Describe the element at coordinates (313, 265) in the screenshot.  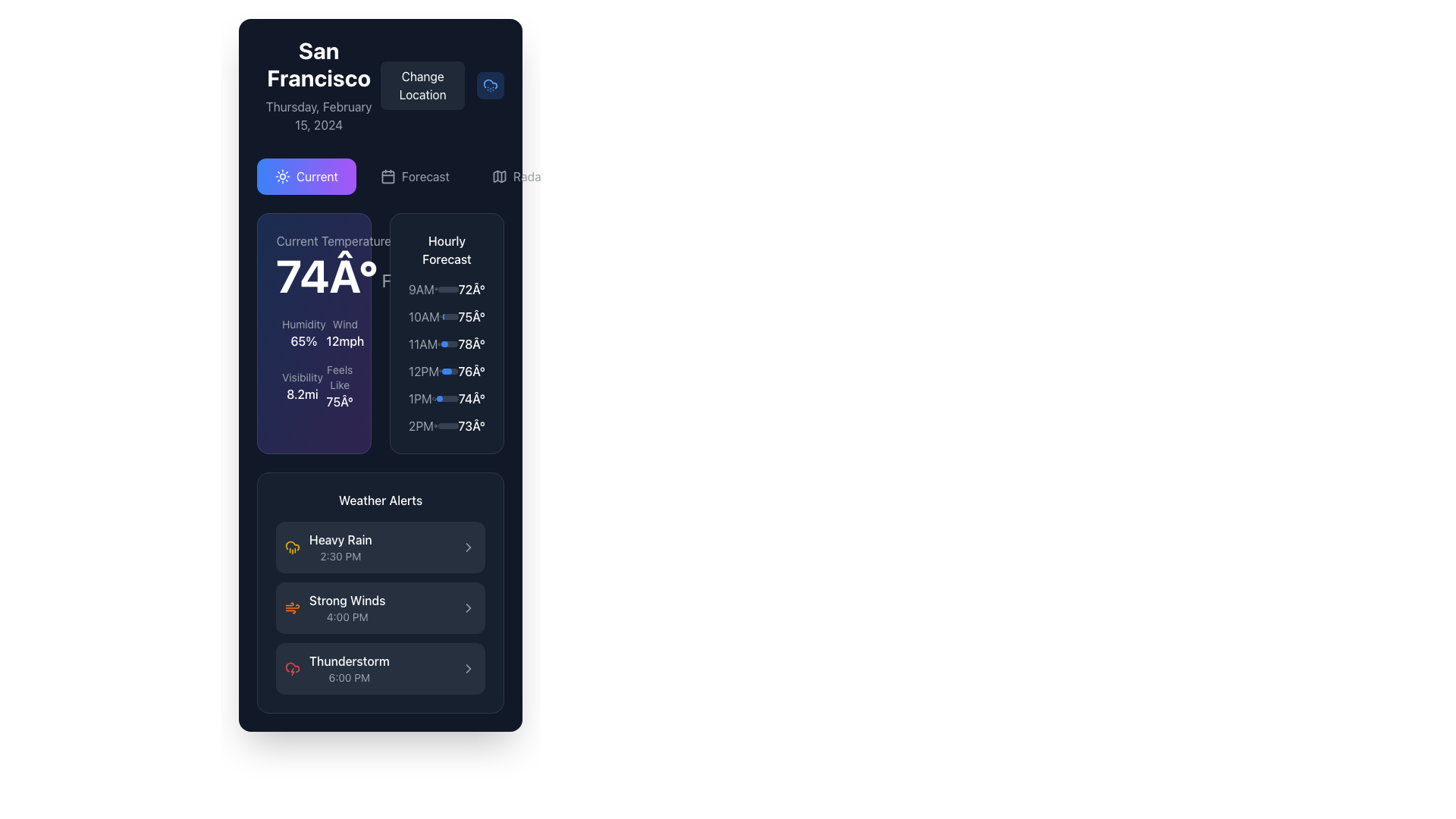
I see `the Text Label displaying '74Â°F' in large, bold, white font, which is part of the current weather information section` at that location.